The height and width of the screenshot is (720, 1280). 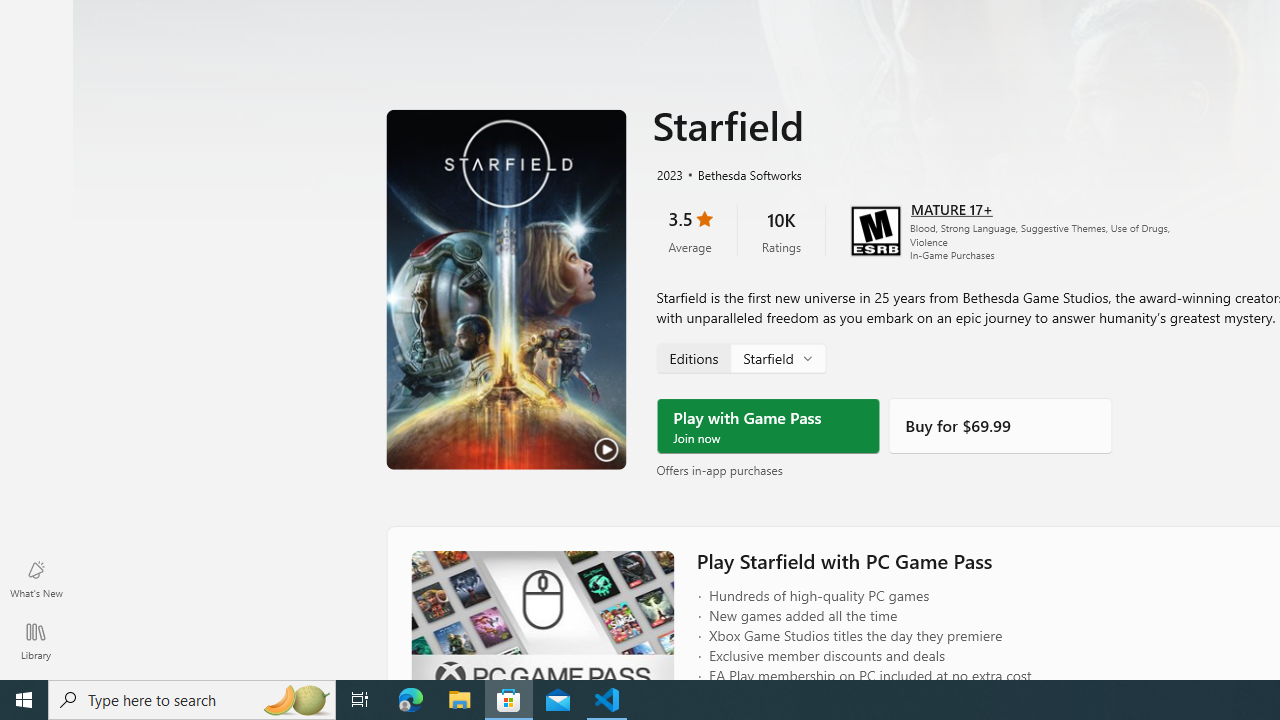 I want to click on 'Library', so click(x=35, y=640).